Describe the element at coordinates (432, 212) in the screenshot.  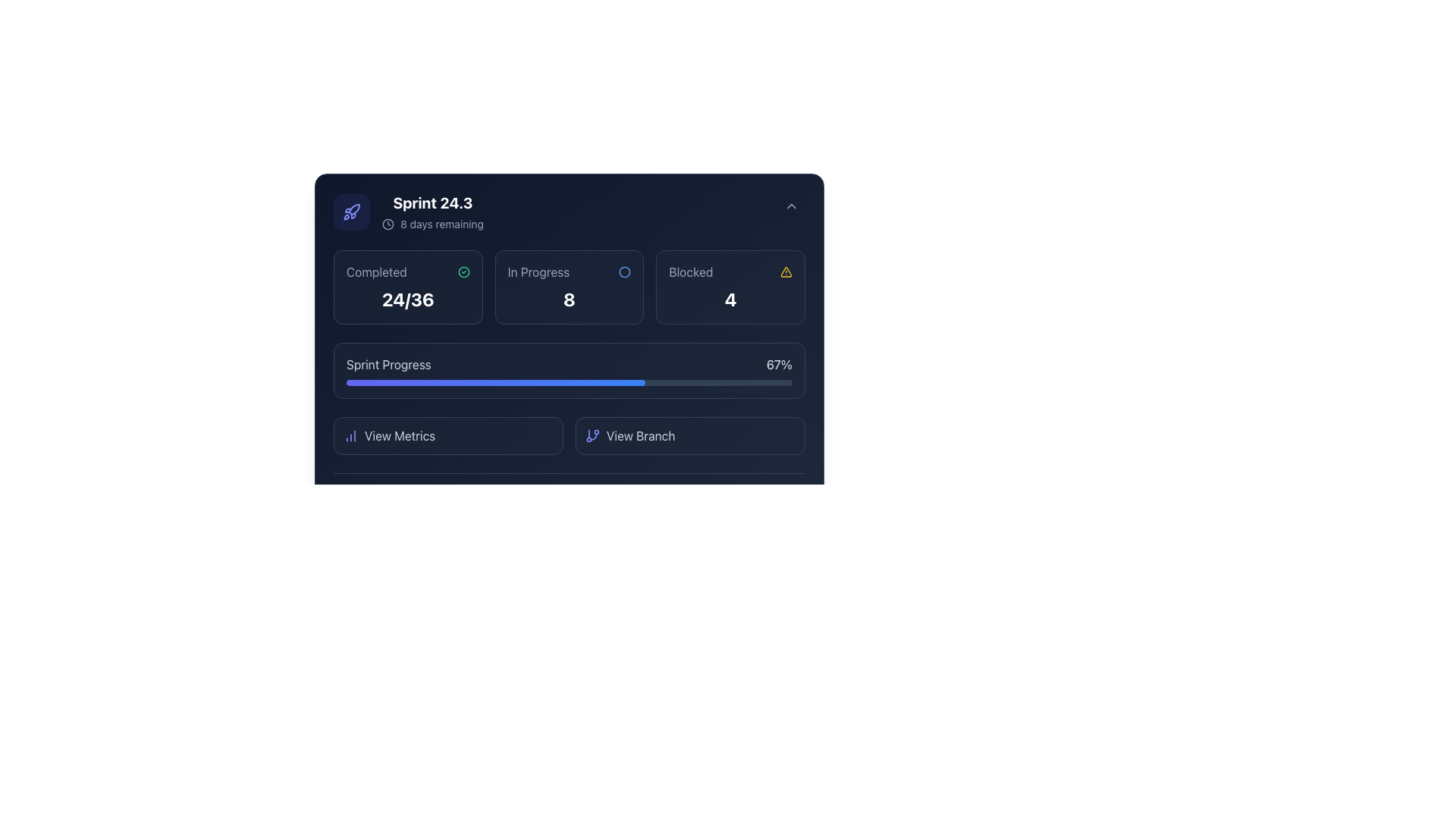
I see `informational text display regarding the current sprint (Sprint 24.3) and its remaining duration (8 days) located near the top-left section of the user interface, under a rocket-shaped icon` at that location.